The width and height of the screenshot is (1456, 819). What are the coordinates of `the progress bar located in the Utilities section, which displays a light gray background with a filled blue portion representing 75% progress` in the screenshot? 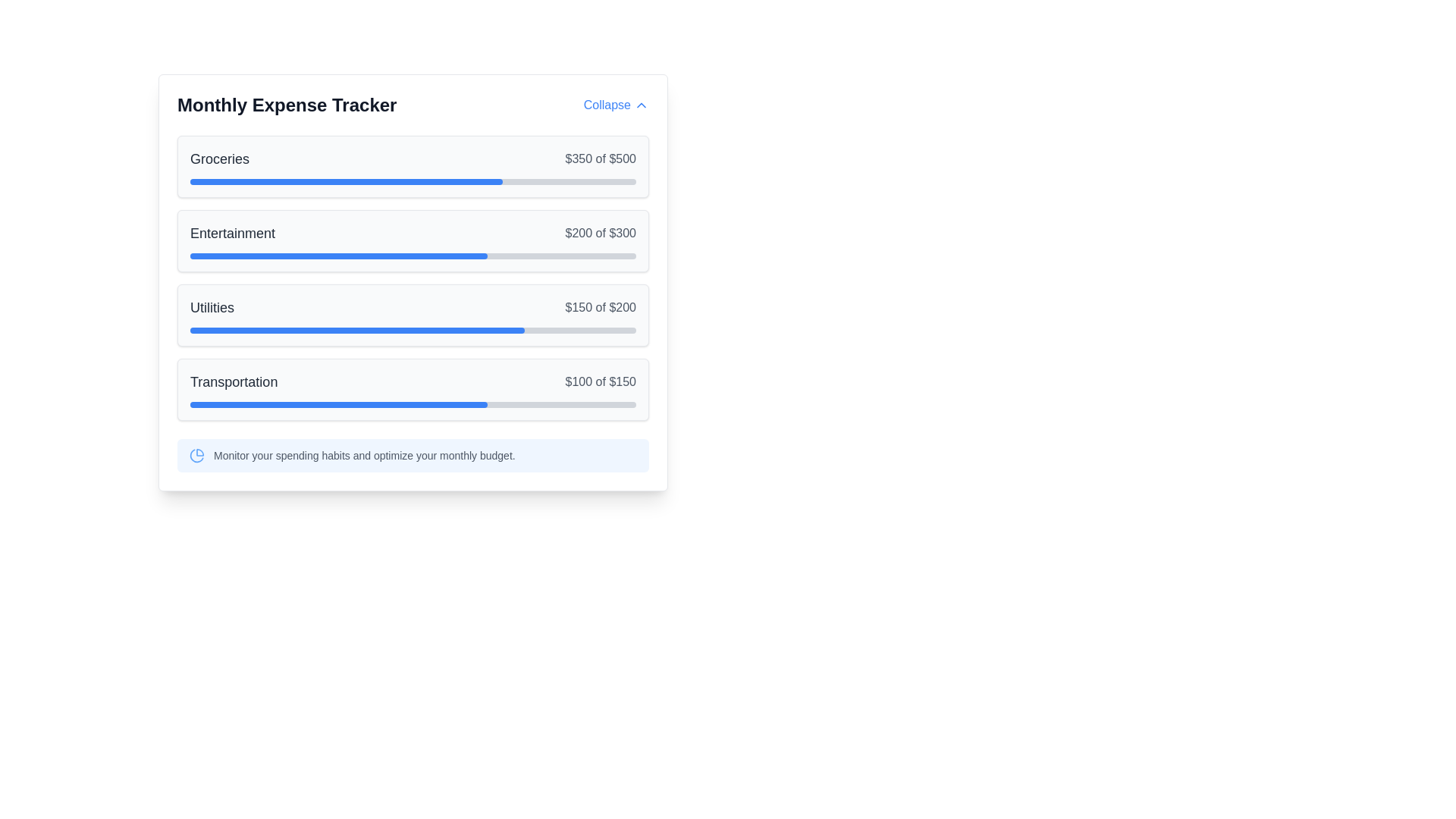 It's located at (413, 329).